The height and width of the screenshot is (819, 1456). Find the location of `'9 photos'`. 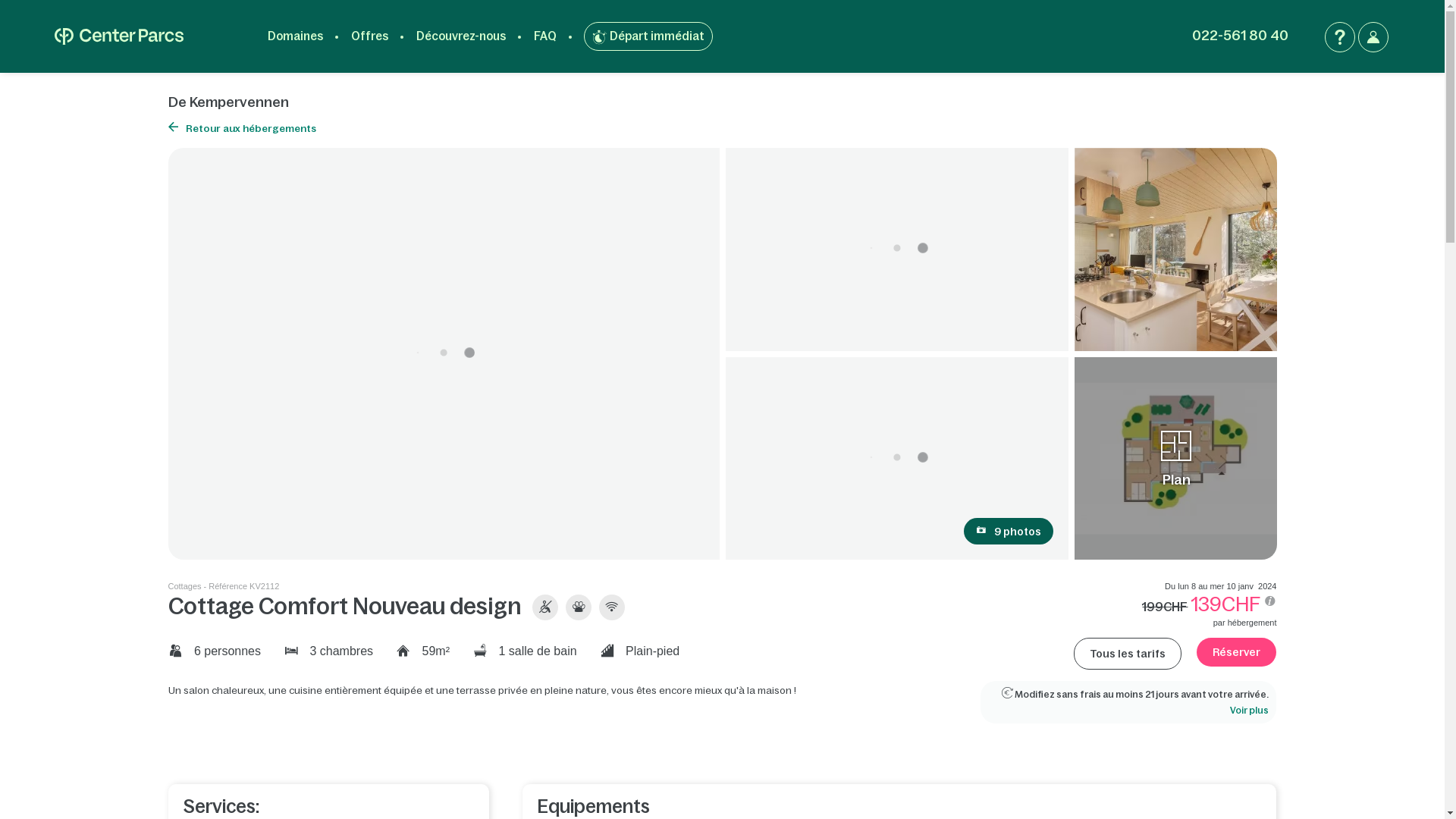

'9 photos' is located at coordinates (1008, 530).